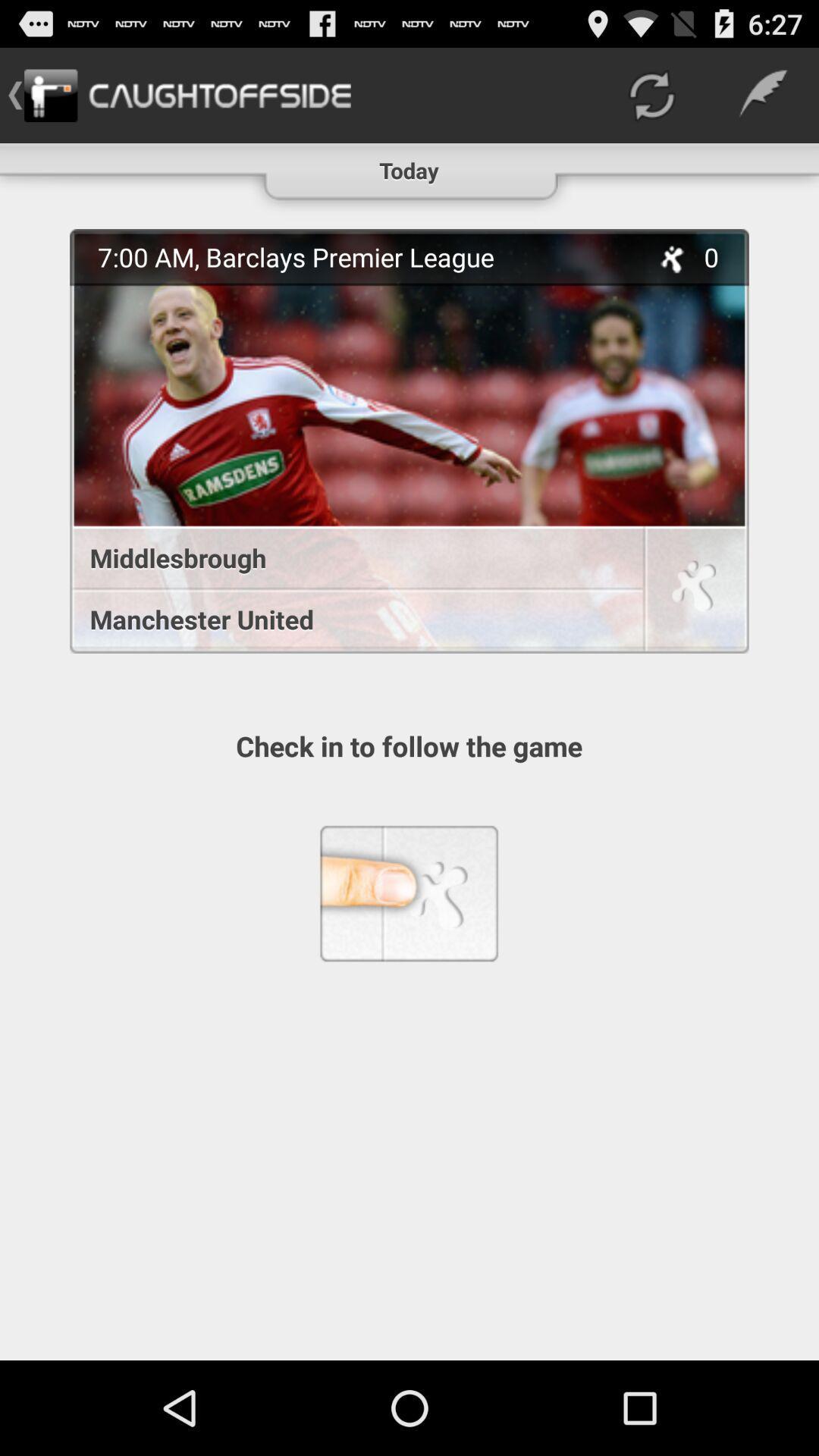  I want to click on manchester united item, so click(348, 619).